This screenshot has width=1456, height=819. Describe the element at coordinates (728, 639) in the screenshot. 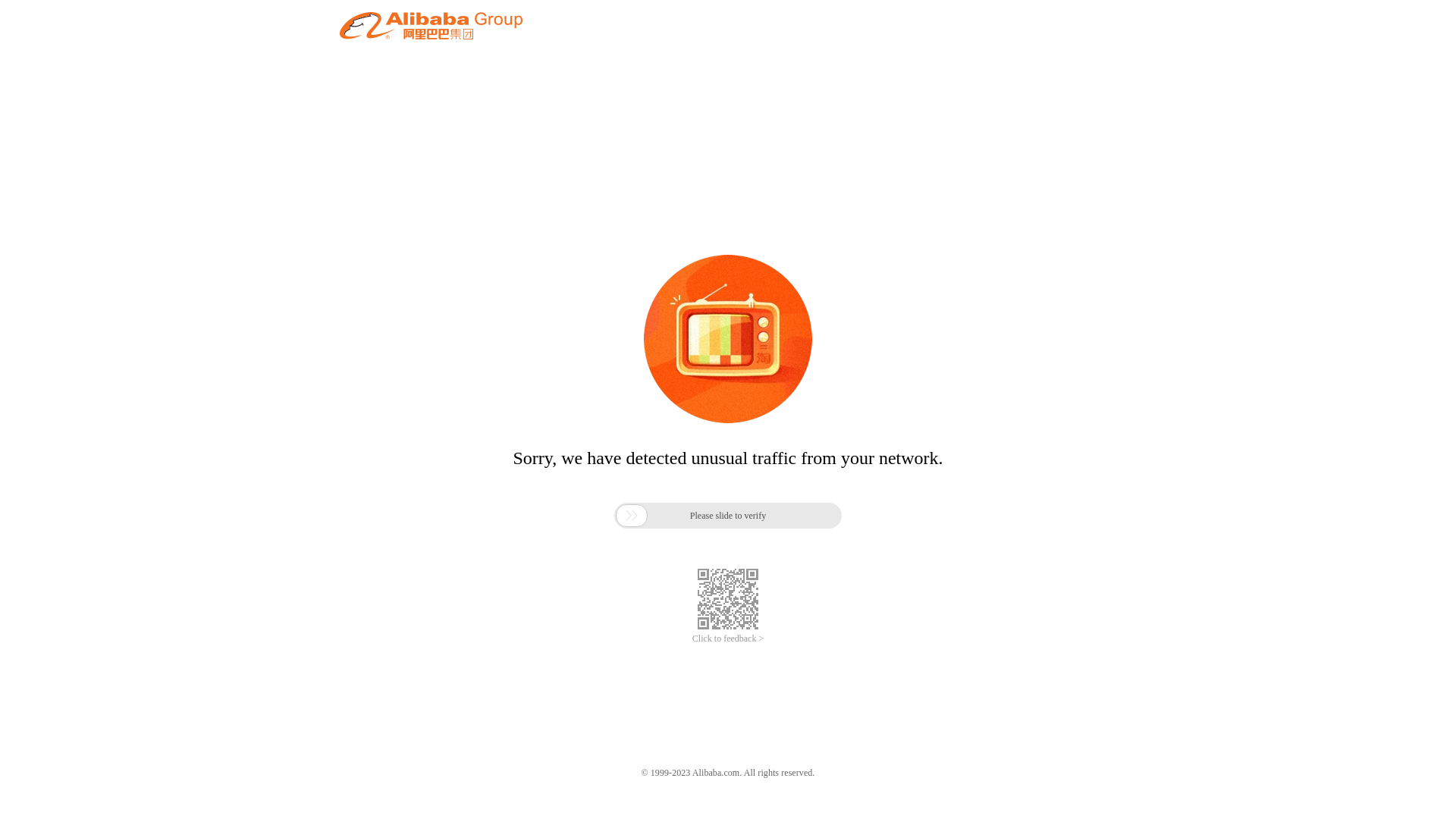

I see `'Click to feedback >'` at that location.